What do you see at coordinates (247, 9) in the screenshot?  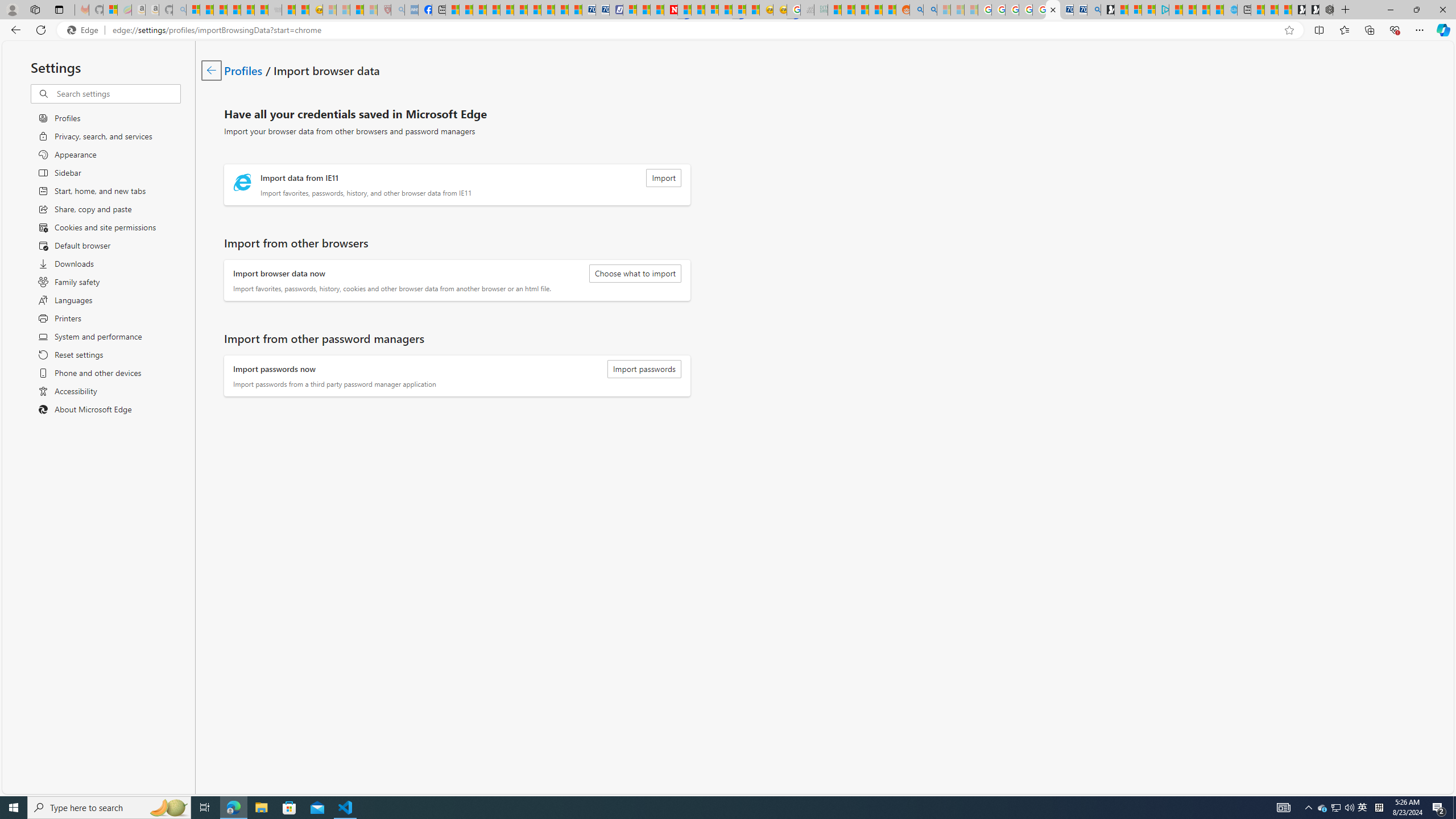 I see `'New Report Confirms 2023 Was Record Hot | Watch'` at bounding box center [247, 9].